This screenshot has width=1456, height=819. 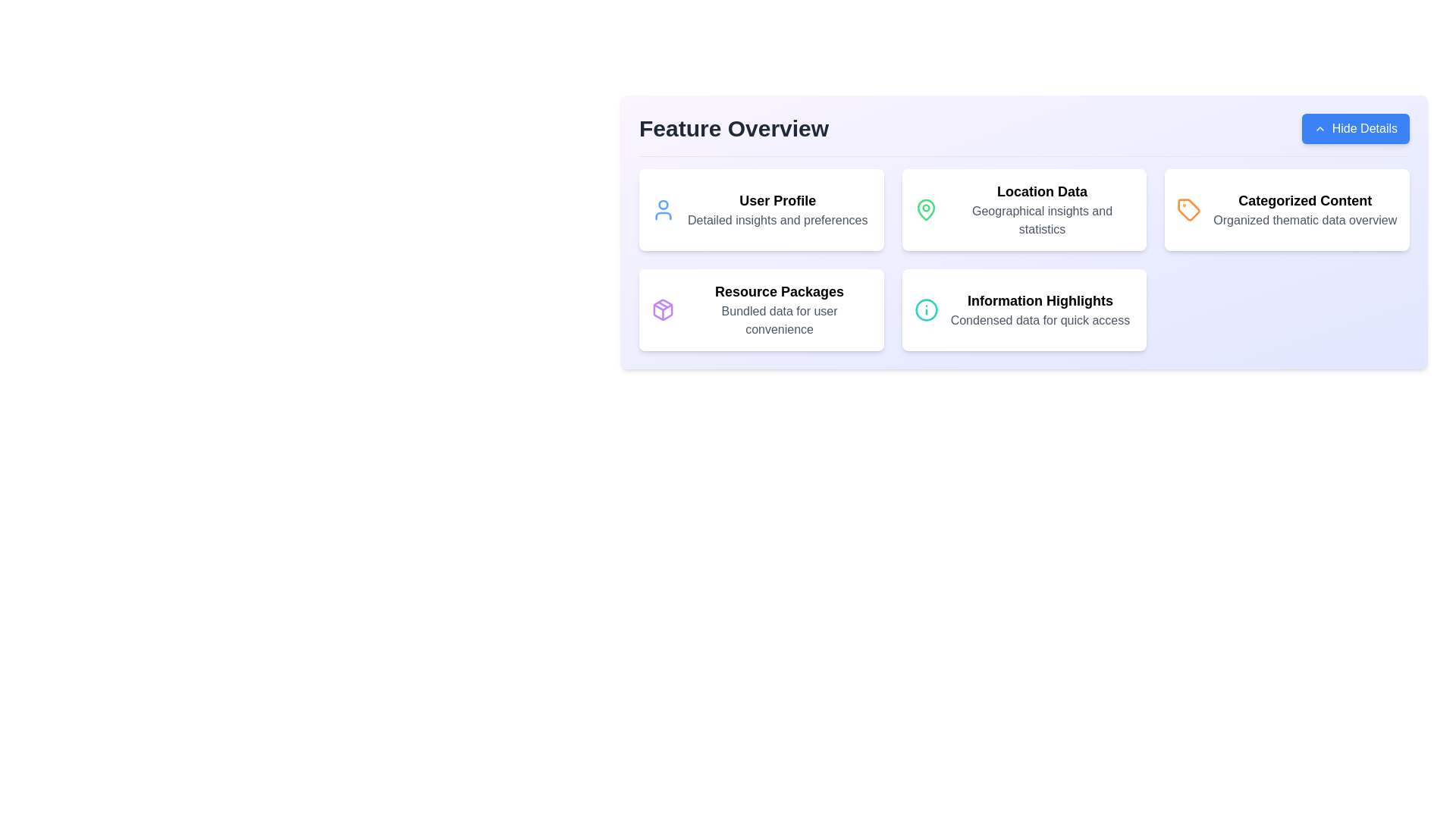 I want to click on the 'Hide Details' button with a blue background and a chevron icon located in the top-right corner of the 'Feature Overview' section, so click(x=1355, y=127).